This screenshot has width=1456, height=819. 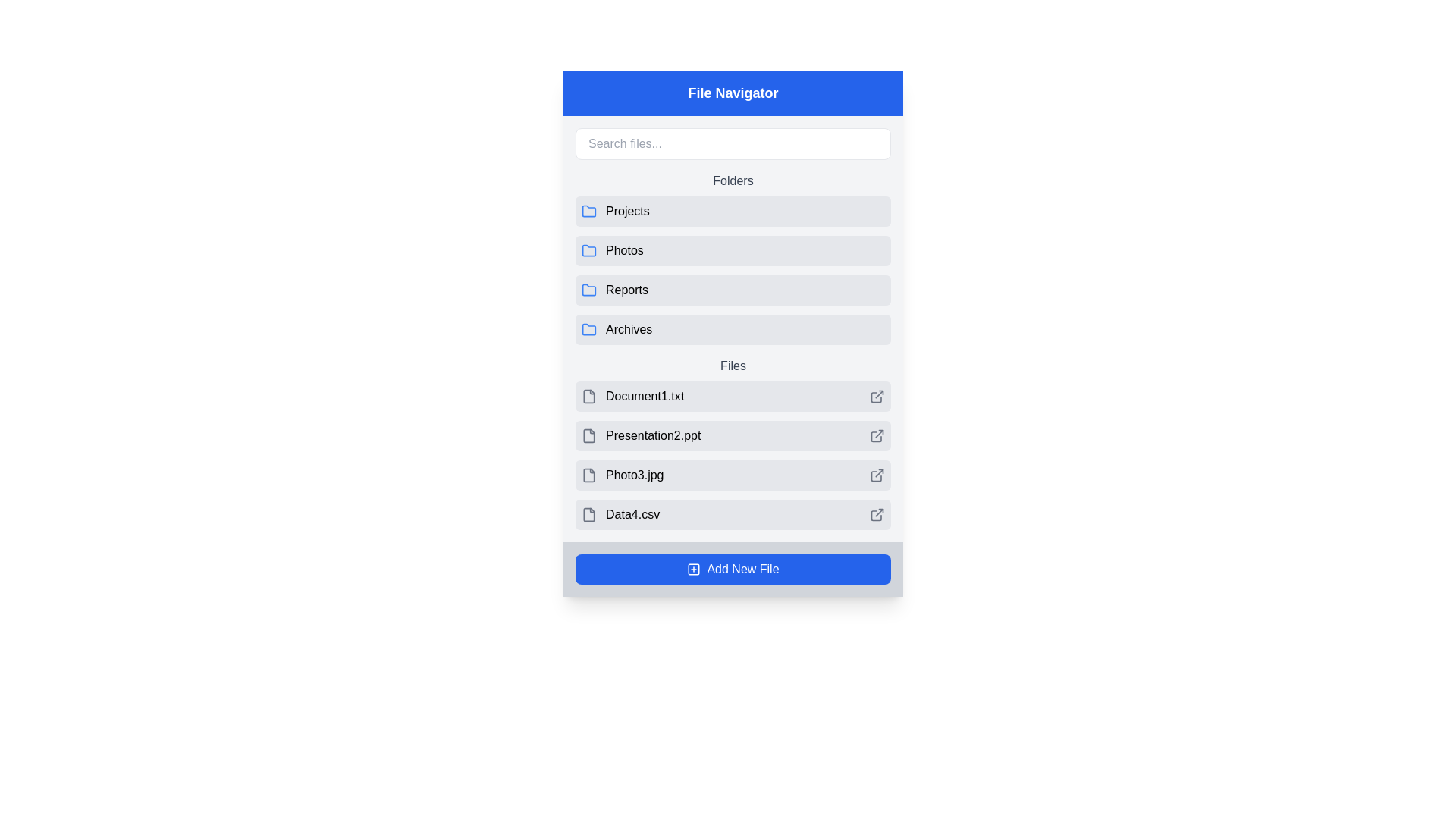 What do you see at coordinates (588, 210) in the screenshot?
I see `the folder icon with a blue border and gray background located to the left of the text 'Projects' under the 'Folders' section in the sidebar` at bounding box center [588, 210].